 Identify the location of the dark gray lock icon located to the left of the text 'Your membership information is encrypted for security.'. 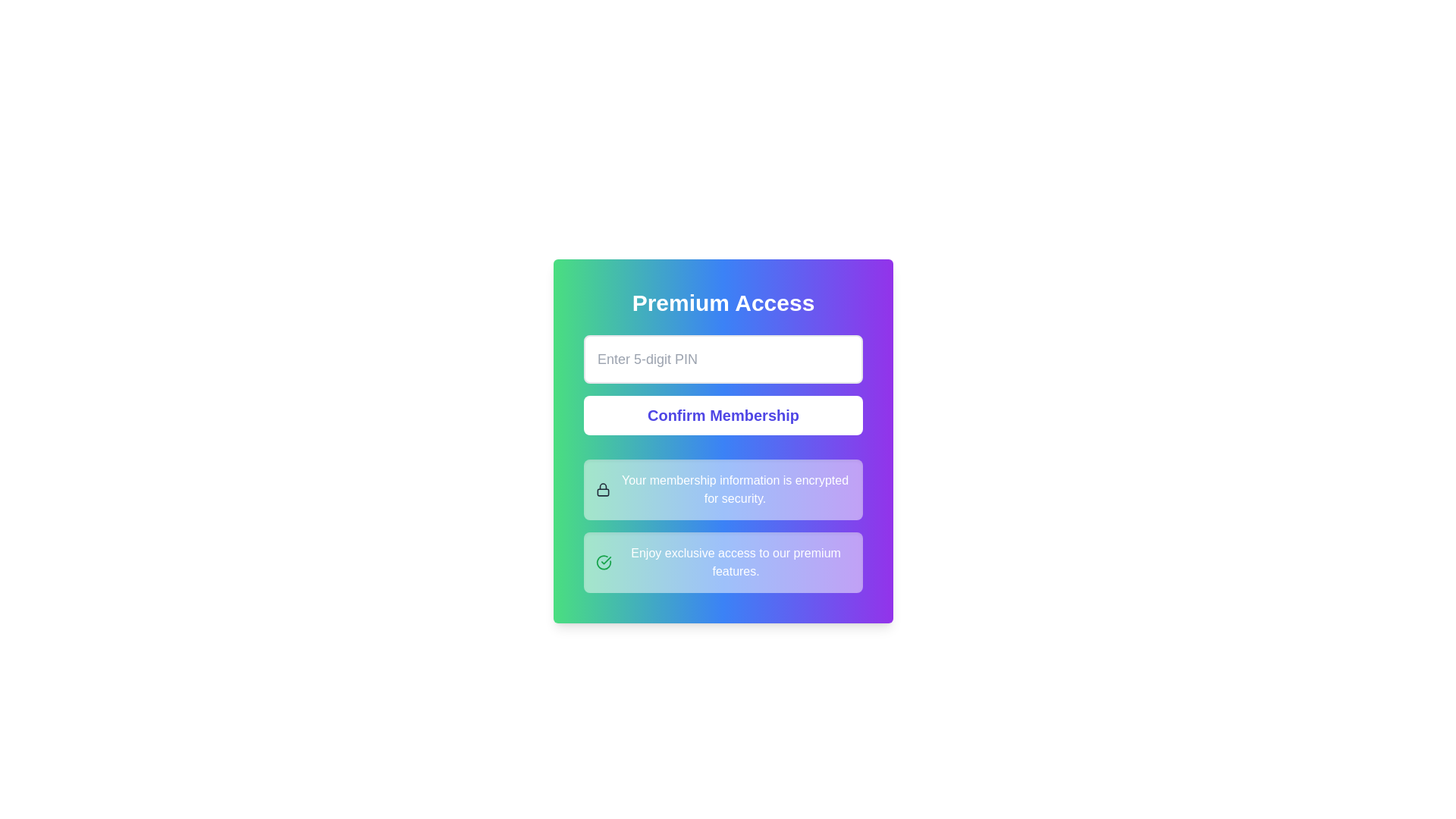
(602, 489).